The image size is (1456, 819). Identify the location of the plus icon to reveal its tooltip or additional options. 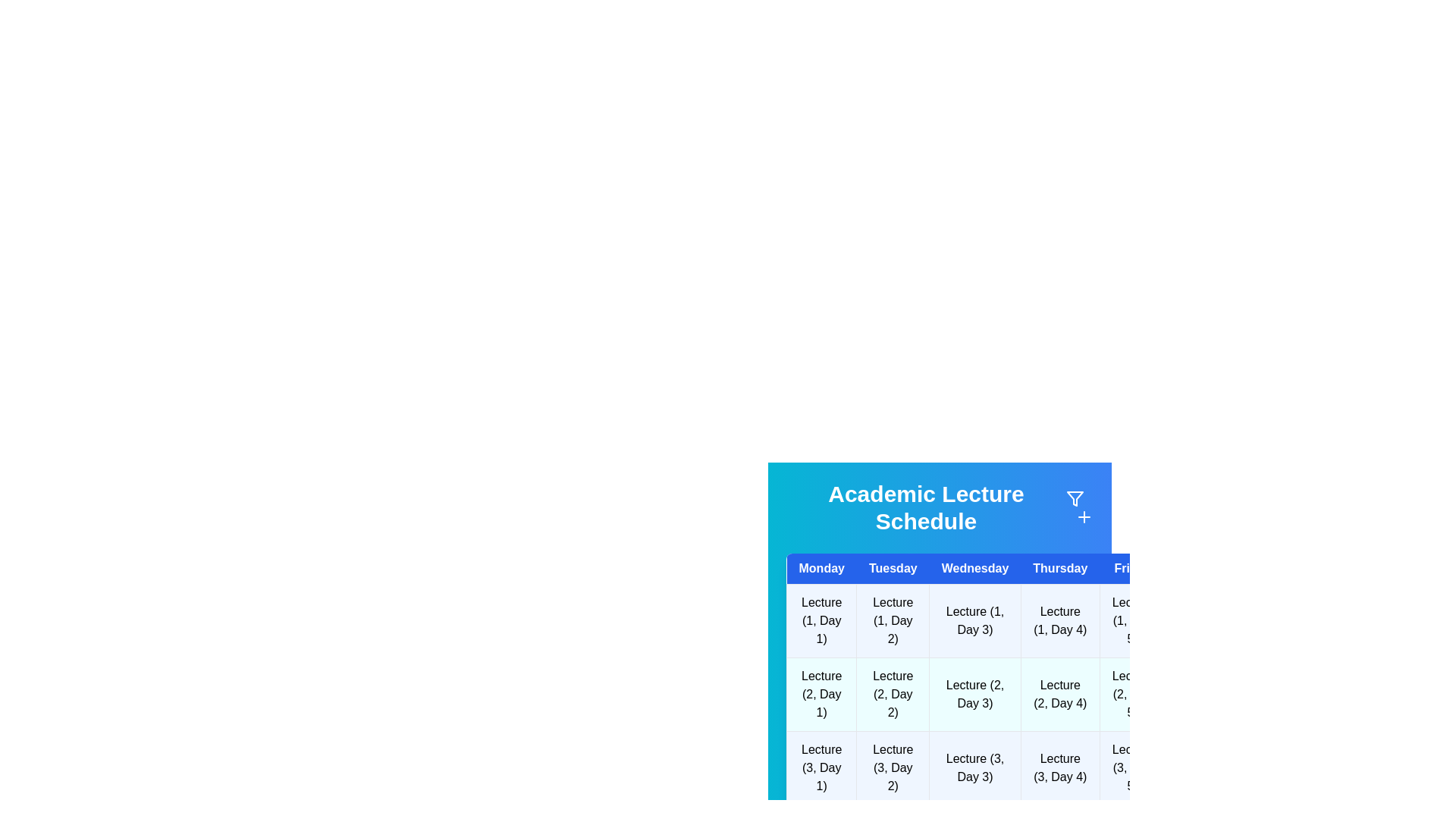
(1084, 516).